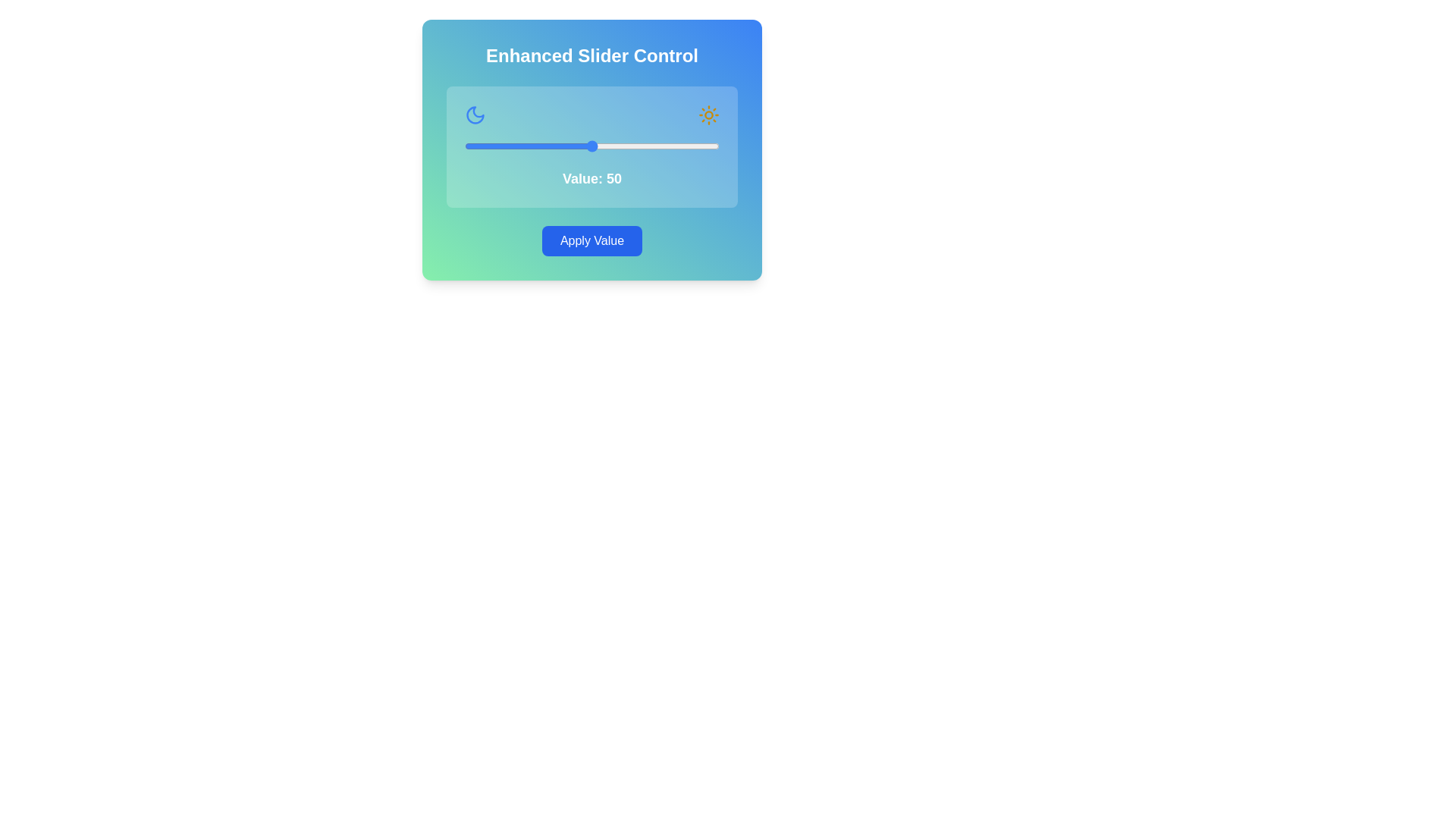  Describe the element at coordinates (591, 146) in the screenshot. I see `the track of the range slider located beneath the moon and sun icons and above the label displaying 'Value: 50' to move the handle to the desired position` at that location.